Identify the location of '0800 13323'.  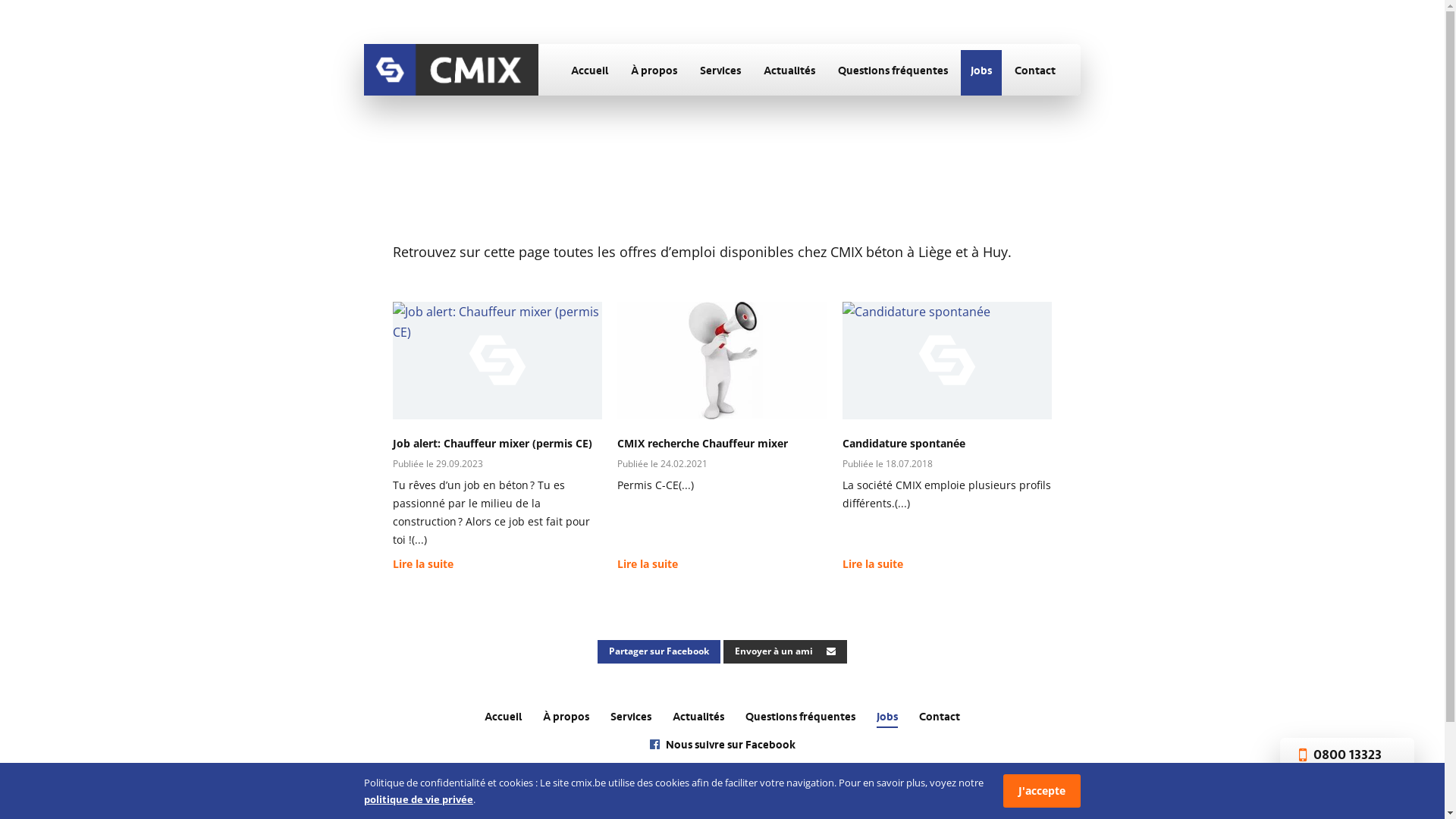
(1294, 755).